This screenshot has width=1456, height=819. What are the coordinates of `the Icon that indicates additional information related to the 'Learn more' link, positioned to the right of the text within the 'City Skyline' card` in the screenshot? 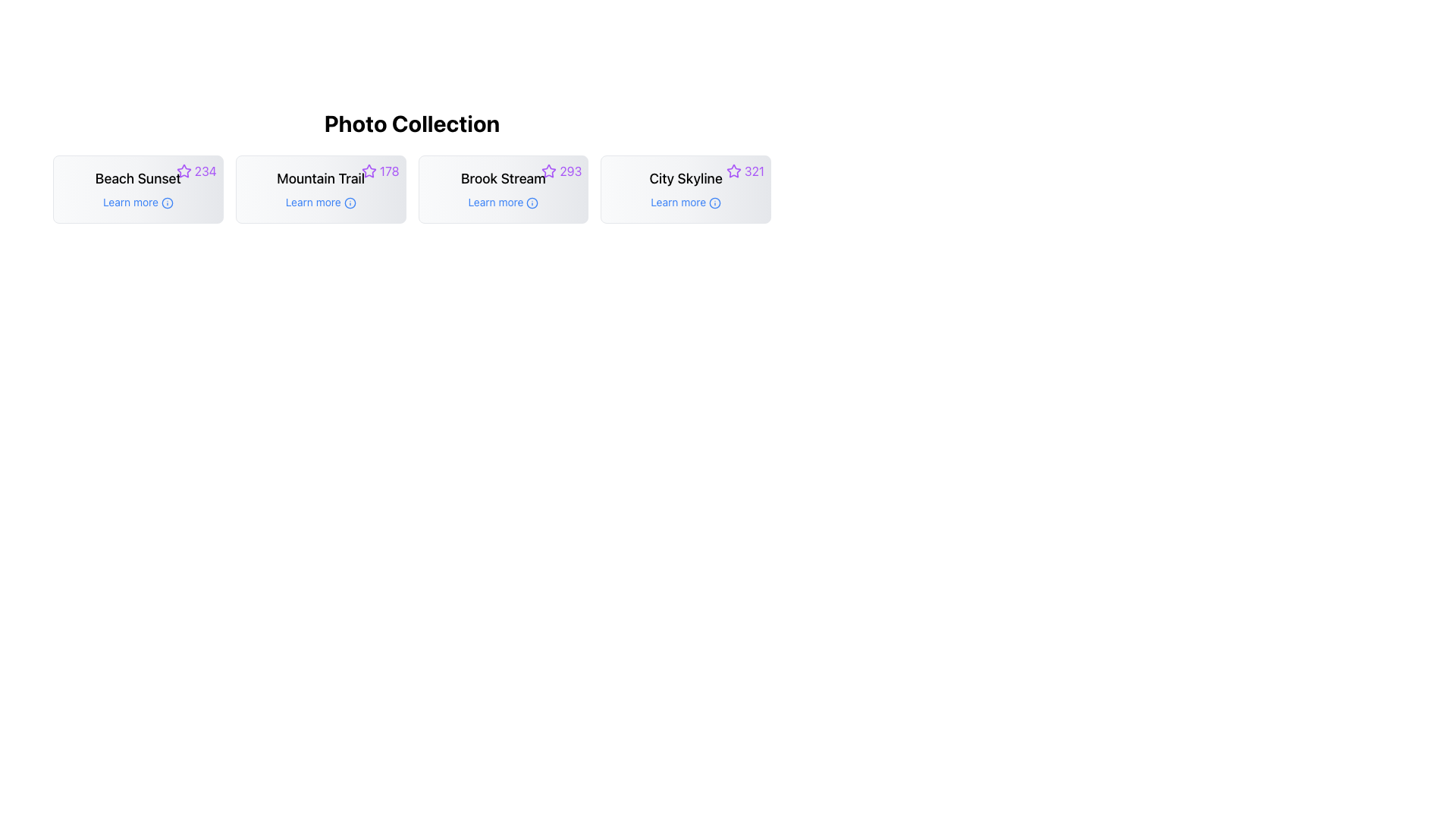 It's located at (714, 202).